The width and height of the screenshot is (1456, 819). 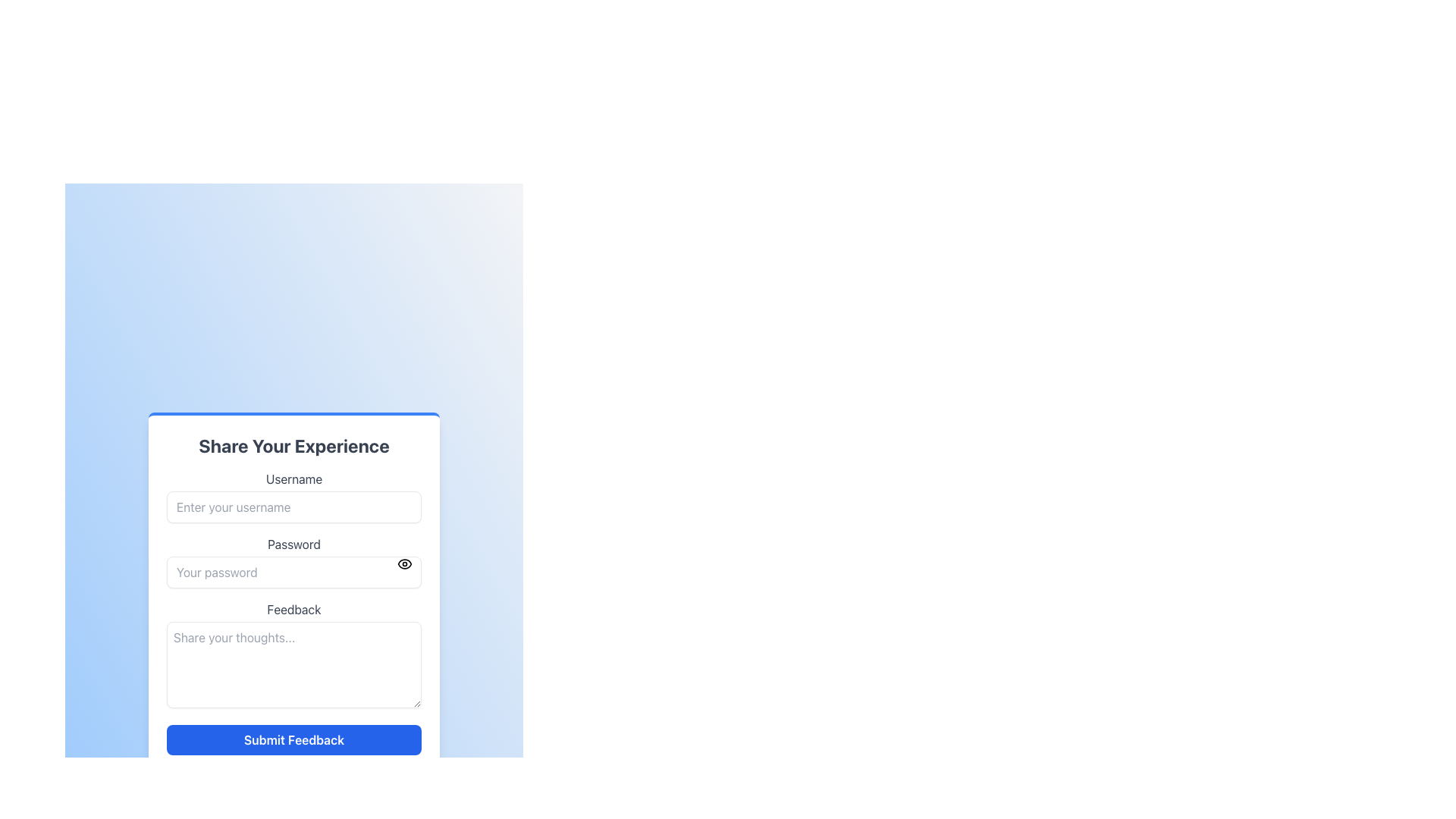 What do you see at coordinates (294, 561) in the screenshot?
I see `the password input field below the 'Username' section to type a password` at bounding box center [294, 561].